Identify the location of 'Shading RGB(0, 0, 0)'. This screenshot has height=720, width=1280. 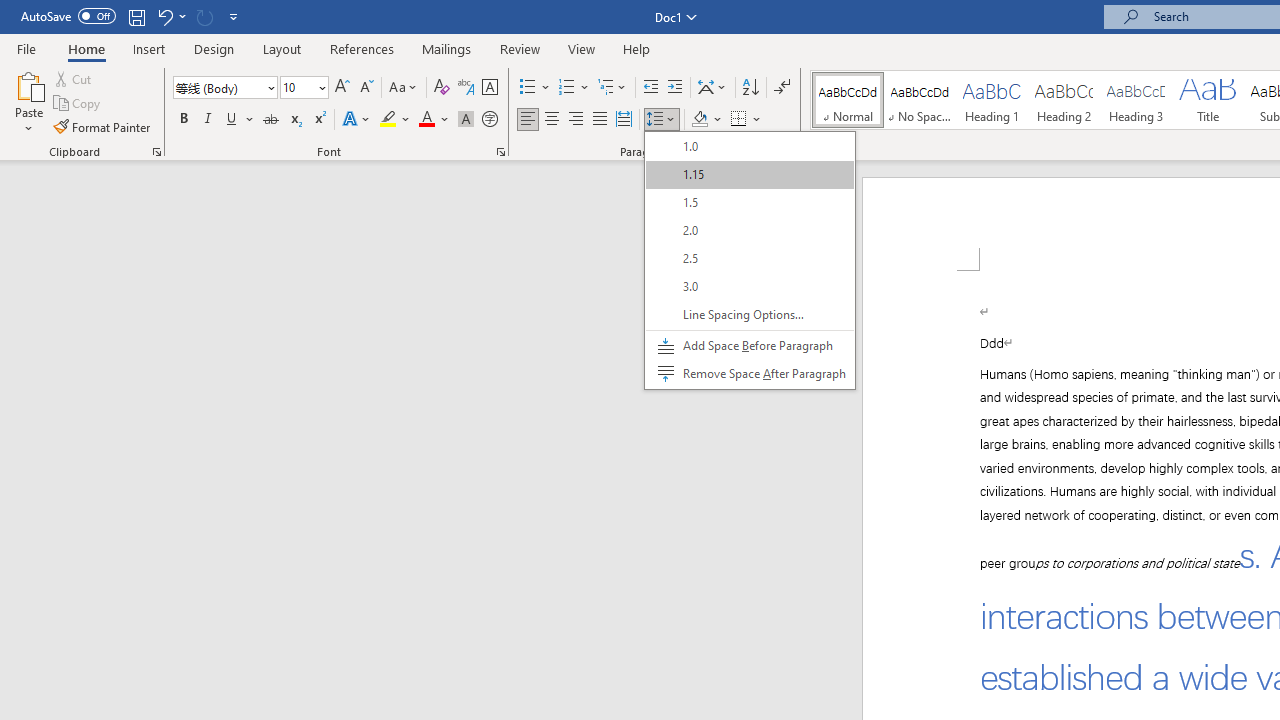
(699, 119).